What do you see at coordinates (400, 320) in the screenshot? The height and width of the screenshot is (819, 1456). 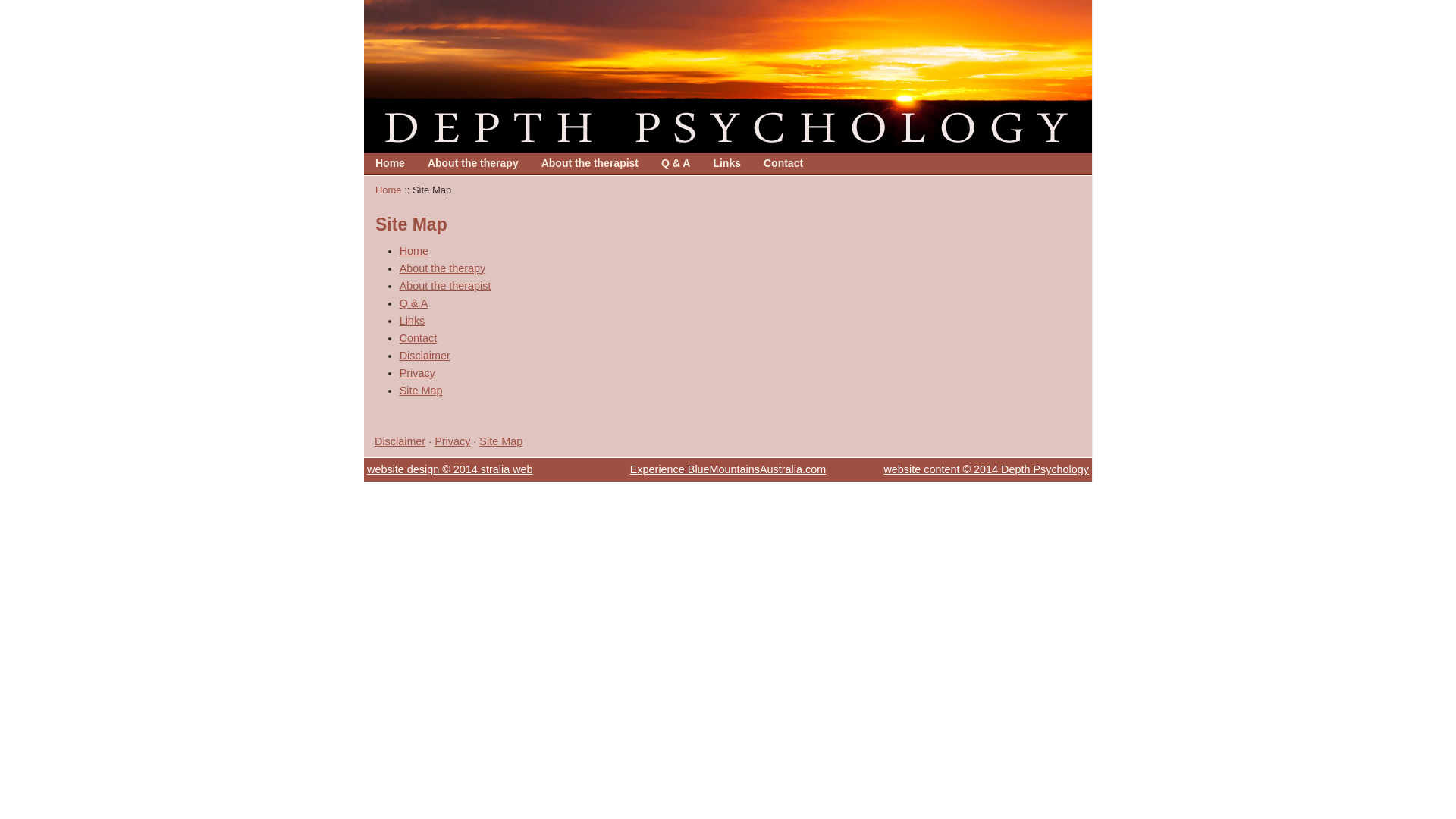 I see `'Links'` at bounding box center [400, 320].